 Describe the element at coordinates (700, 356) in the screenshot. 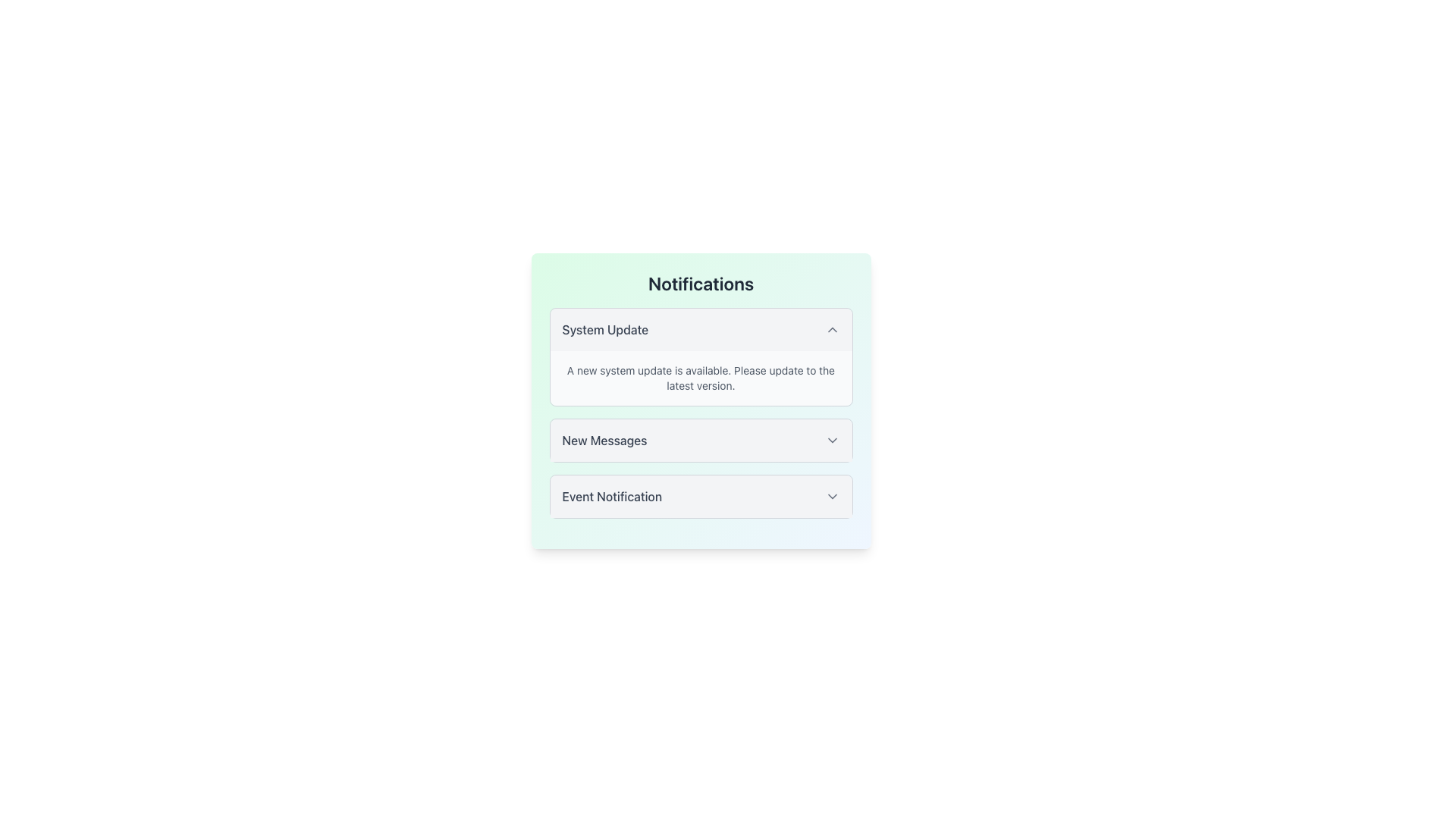

I see `the first notification section in the Notifications panel, which displays the title 'System Update' and contains a description about a new system update` at that location.